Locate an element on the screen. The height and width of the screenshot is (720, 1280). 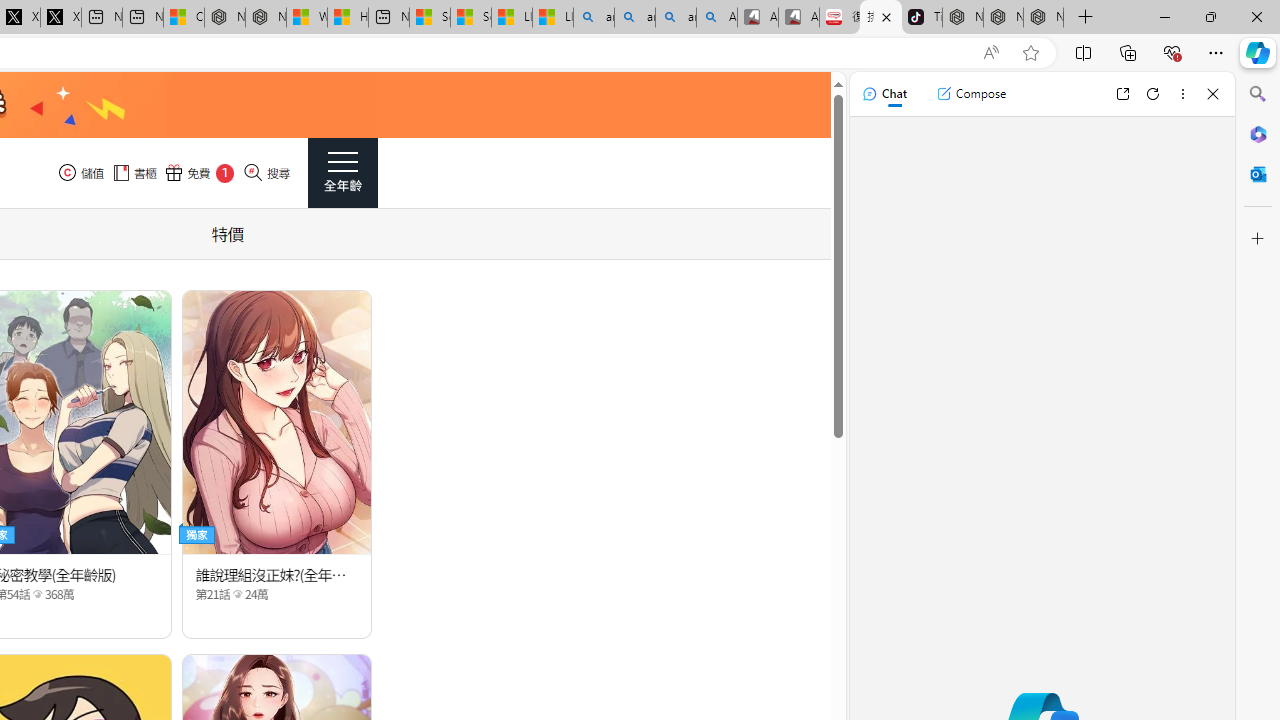
'Nordace Siena Pro 15 Backpack' is located at coordinates (1003, 17).